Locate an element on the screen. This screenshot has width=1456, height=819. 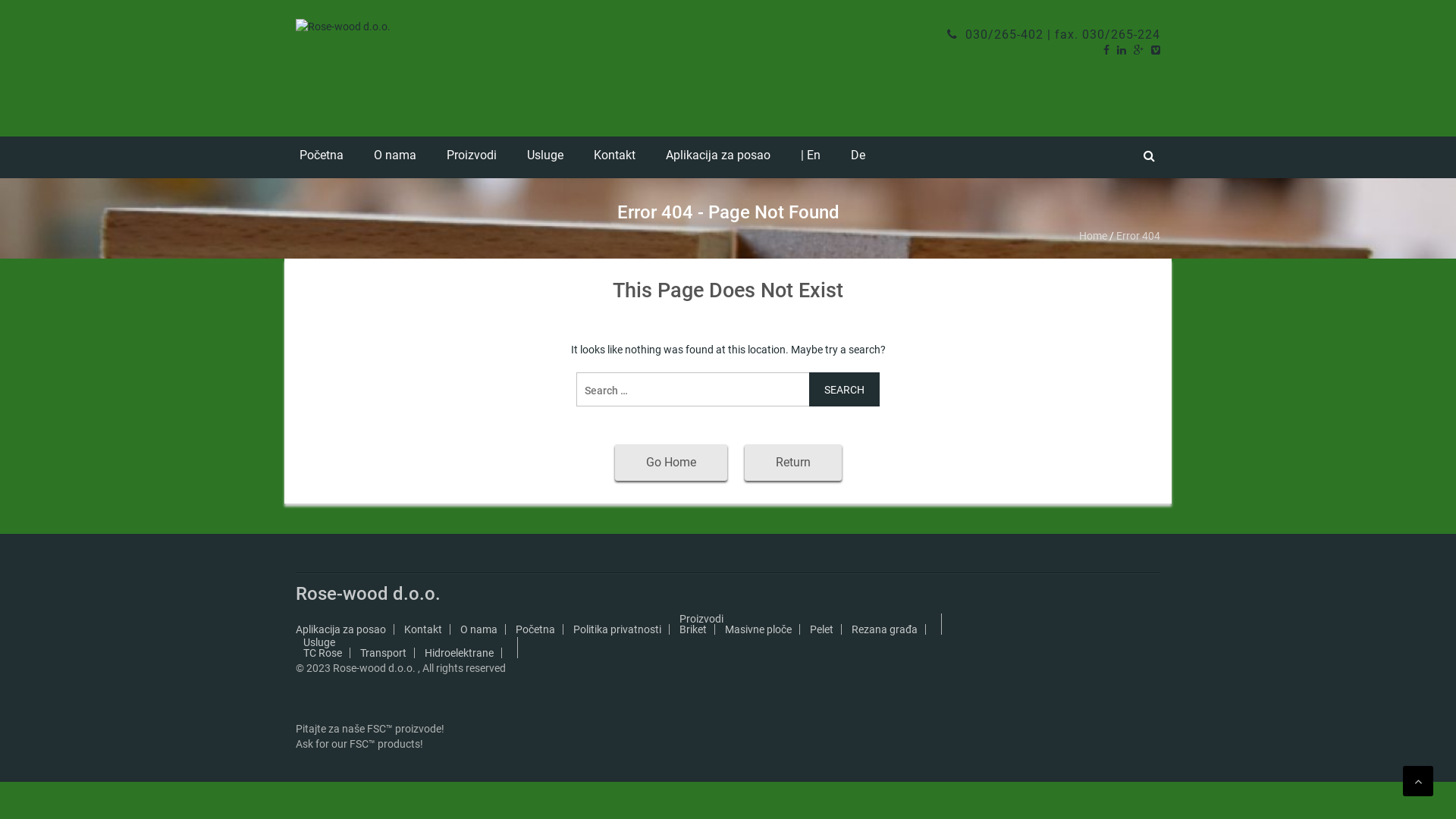
'Facebook' is located at coordinates (1106, 49).